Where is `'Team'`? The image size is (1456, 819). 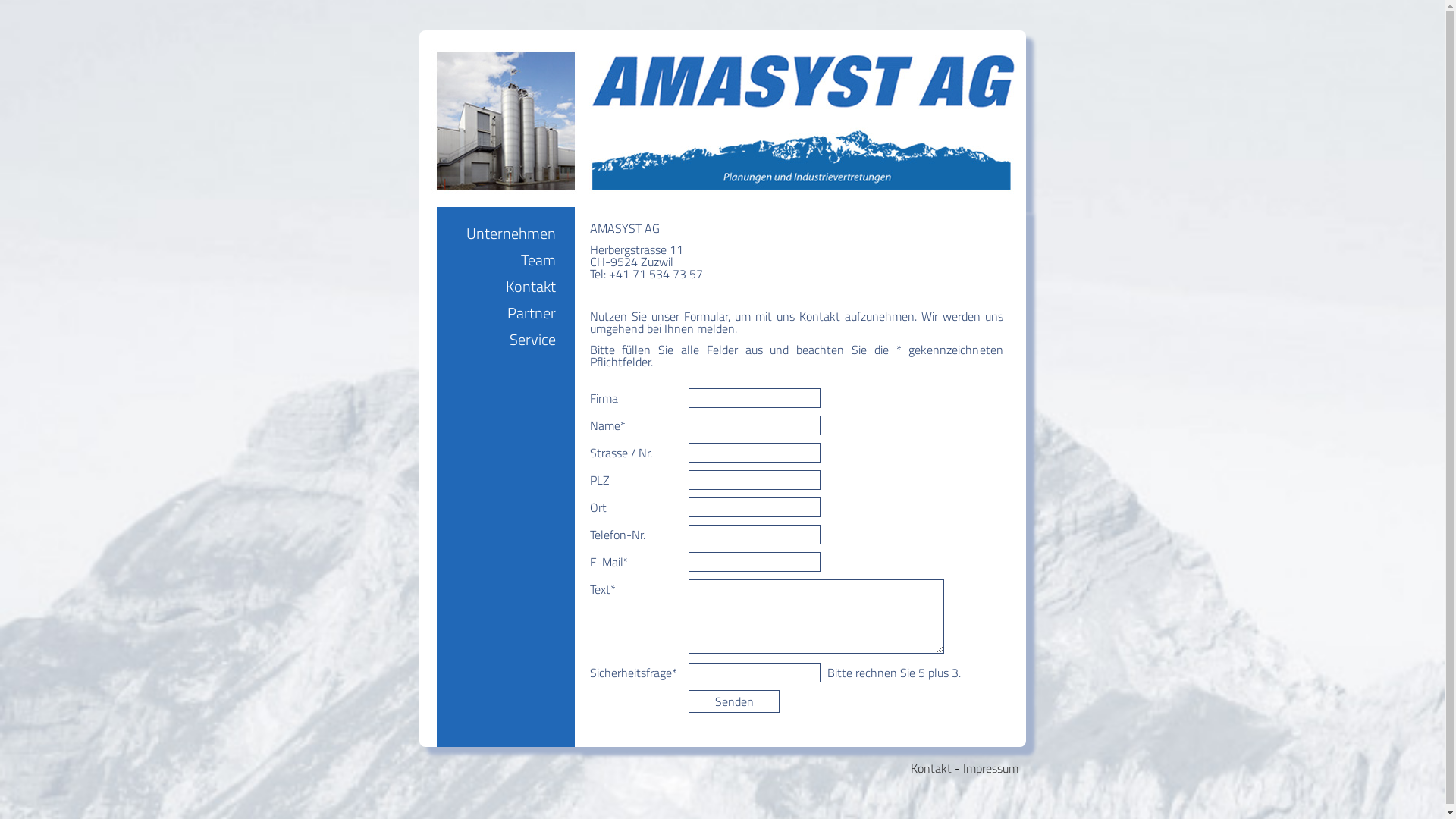 'Team' is located at coordinates (538, 259).